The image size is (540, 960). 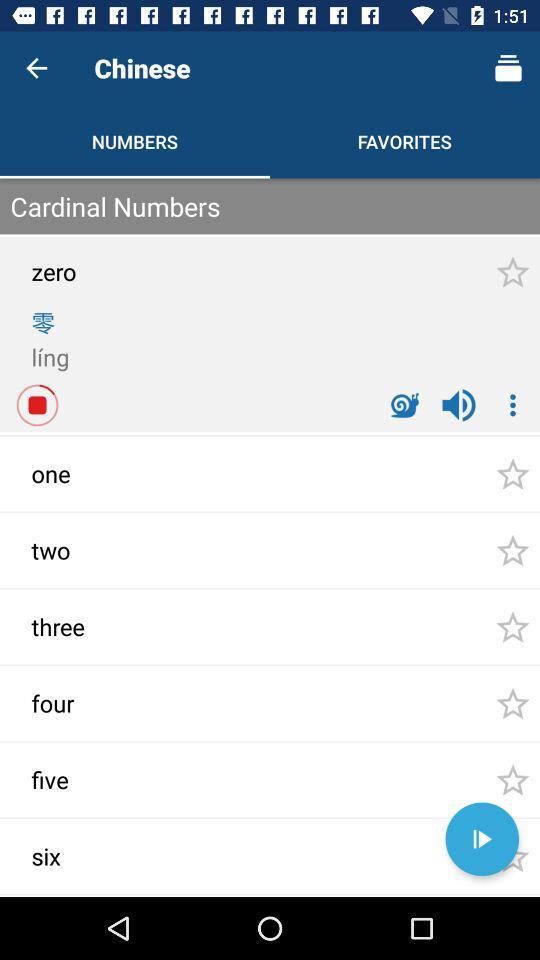 I want to click on the text five present above six, so click(x=89, y=784).